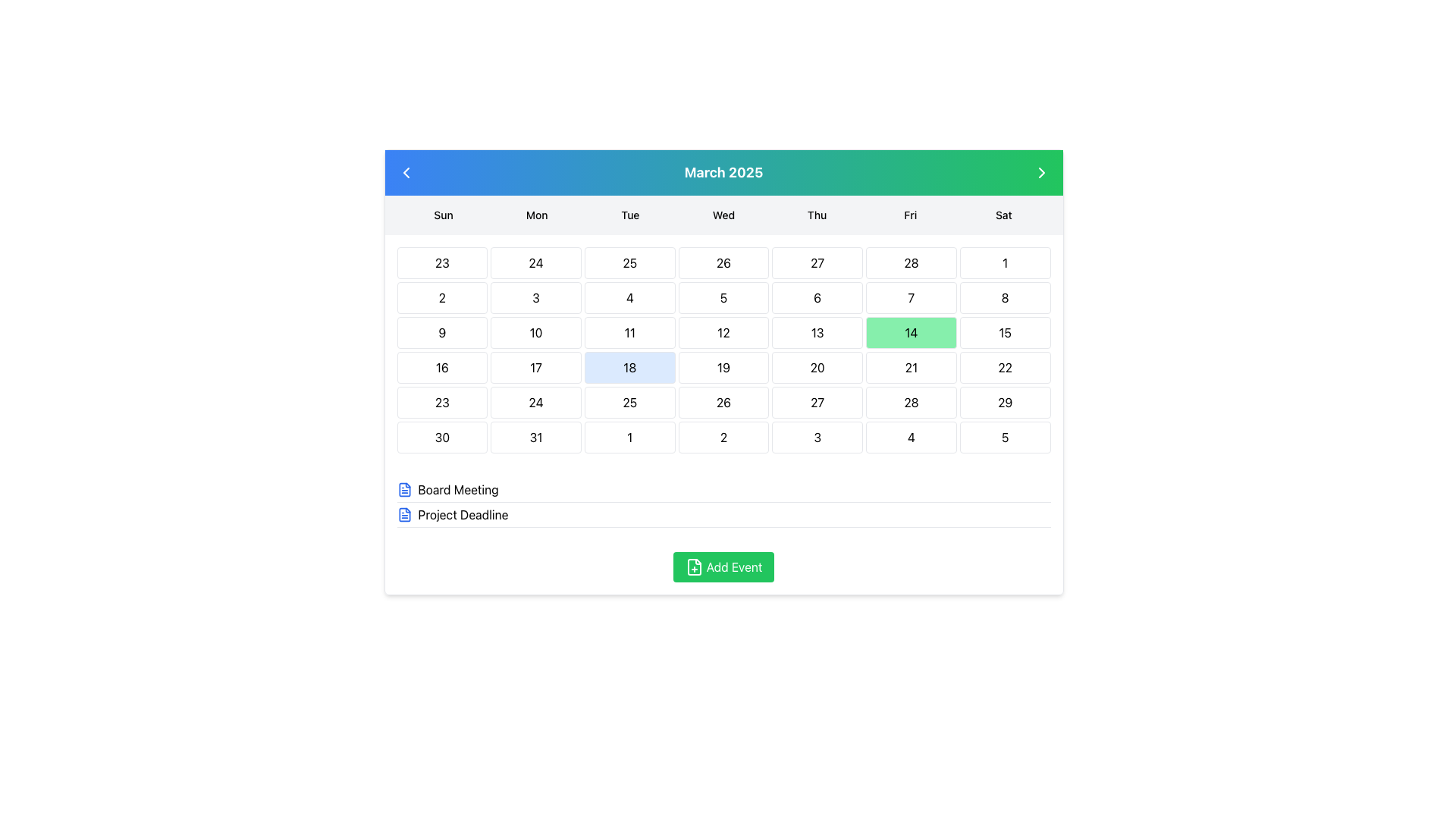  I want to click on the Calendar Day Cell representing the 18th day of March 2025, so click(629, 368).